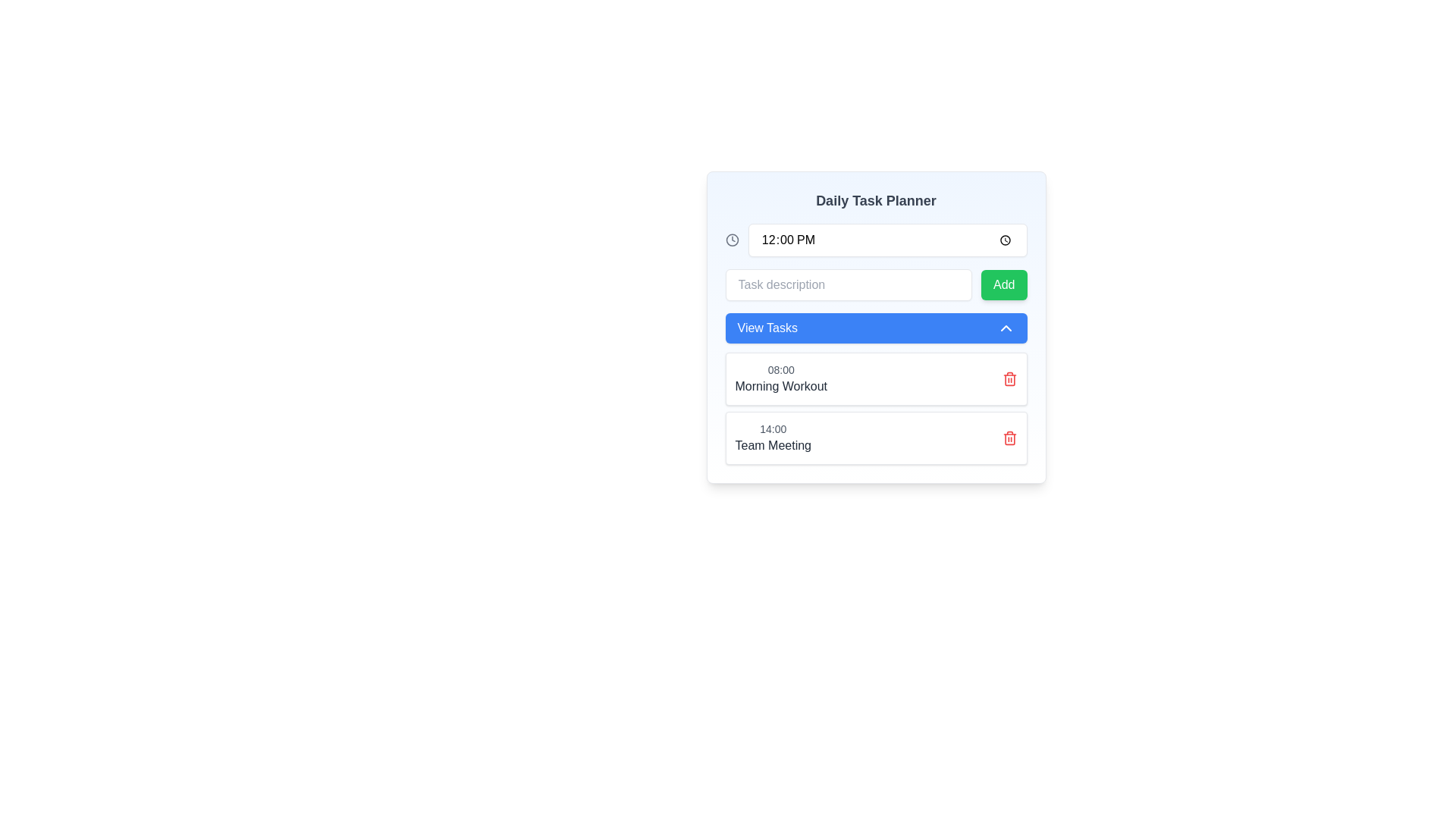 The image size is (1456, 819). I want to click on on the scheduled task entry text label that displays the time and title, located above the trash icon within its task card, so click(781, 378).